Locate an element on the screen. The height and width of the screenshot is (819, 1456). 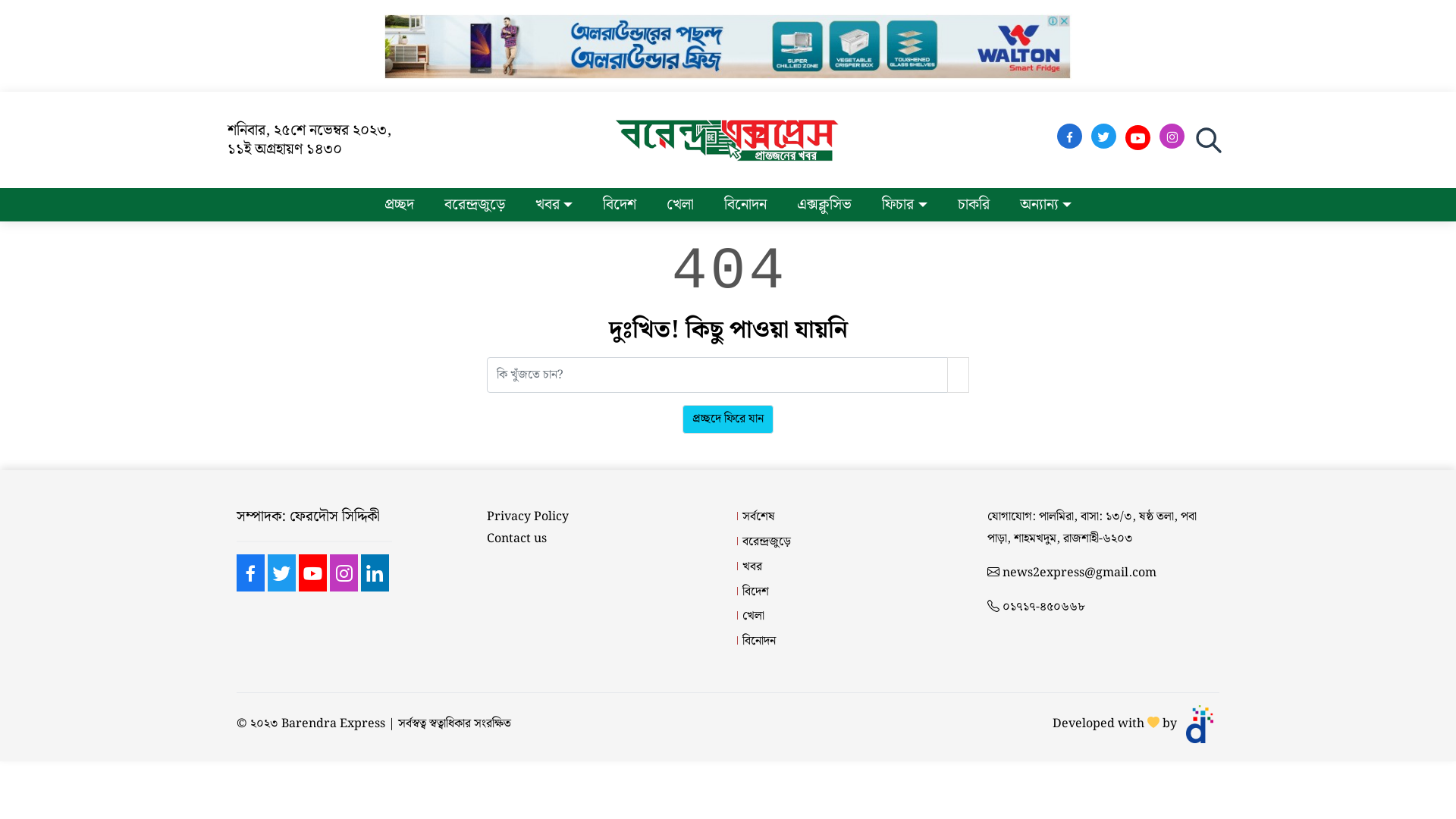
'Barendra Express' is located at coordinates (332, 723).